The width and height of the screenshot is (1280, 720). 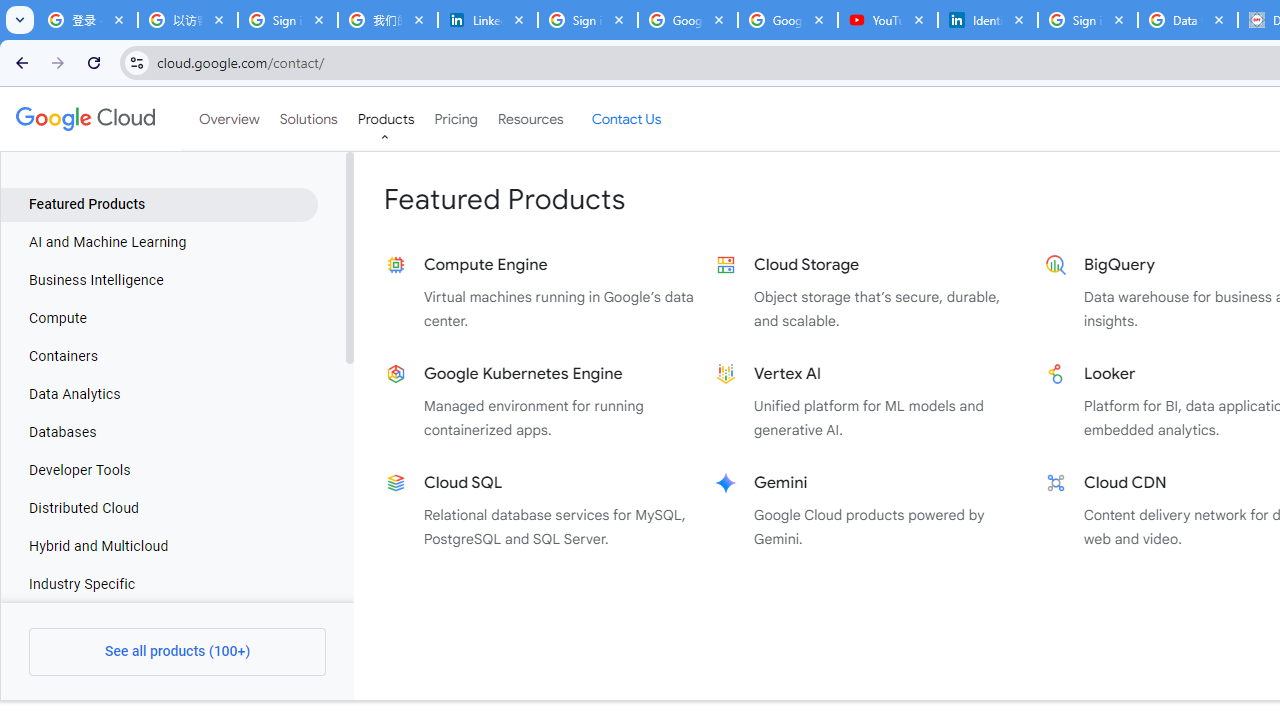 I want to click on 'Hybrid and Multicloud', so click(x=158, y=546).